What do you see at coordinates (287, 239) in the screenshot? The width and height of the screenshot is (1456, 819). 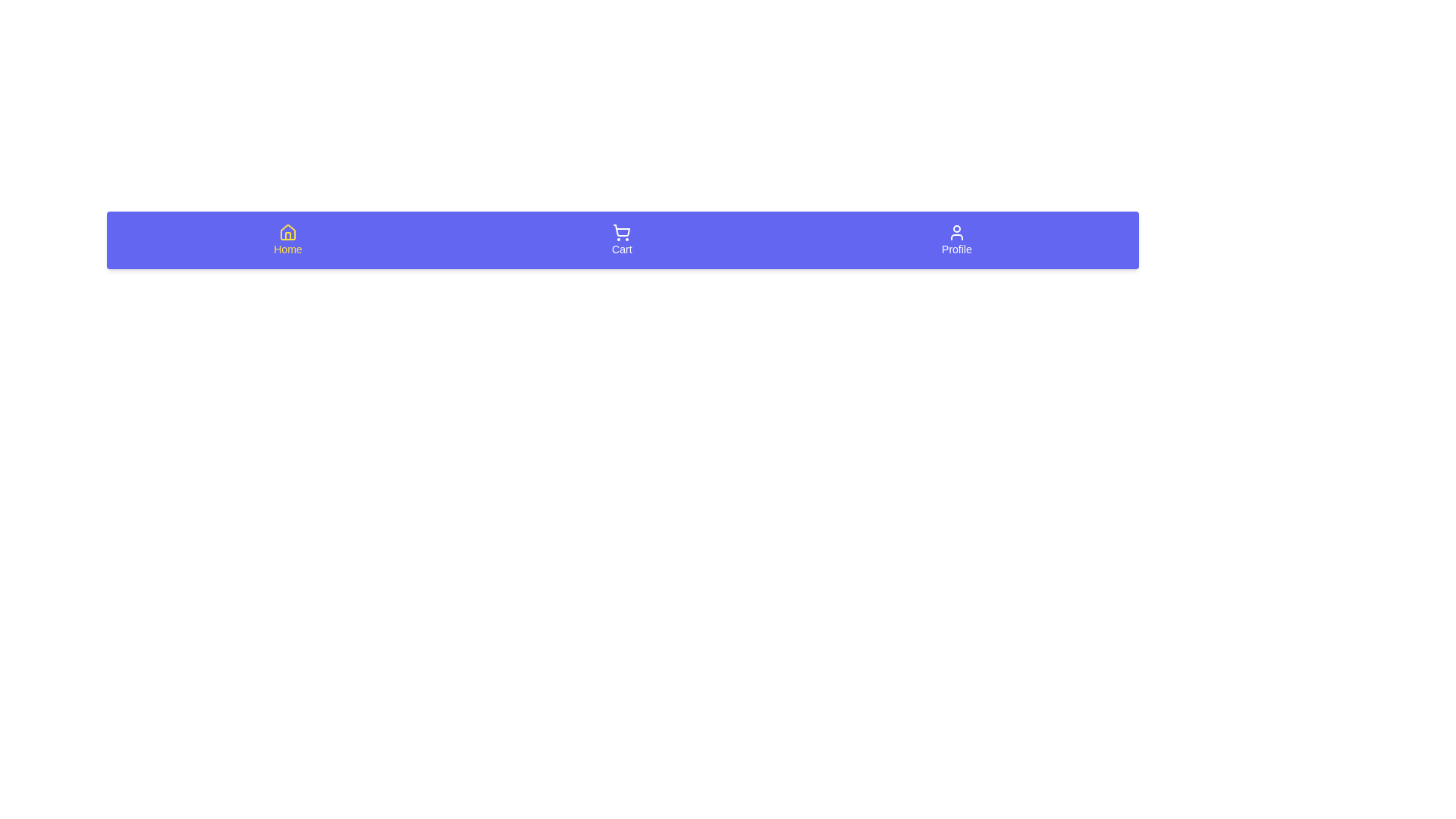 I see `the Home tab` at bounding box center [287, 239].